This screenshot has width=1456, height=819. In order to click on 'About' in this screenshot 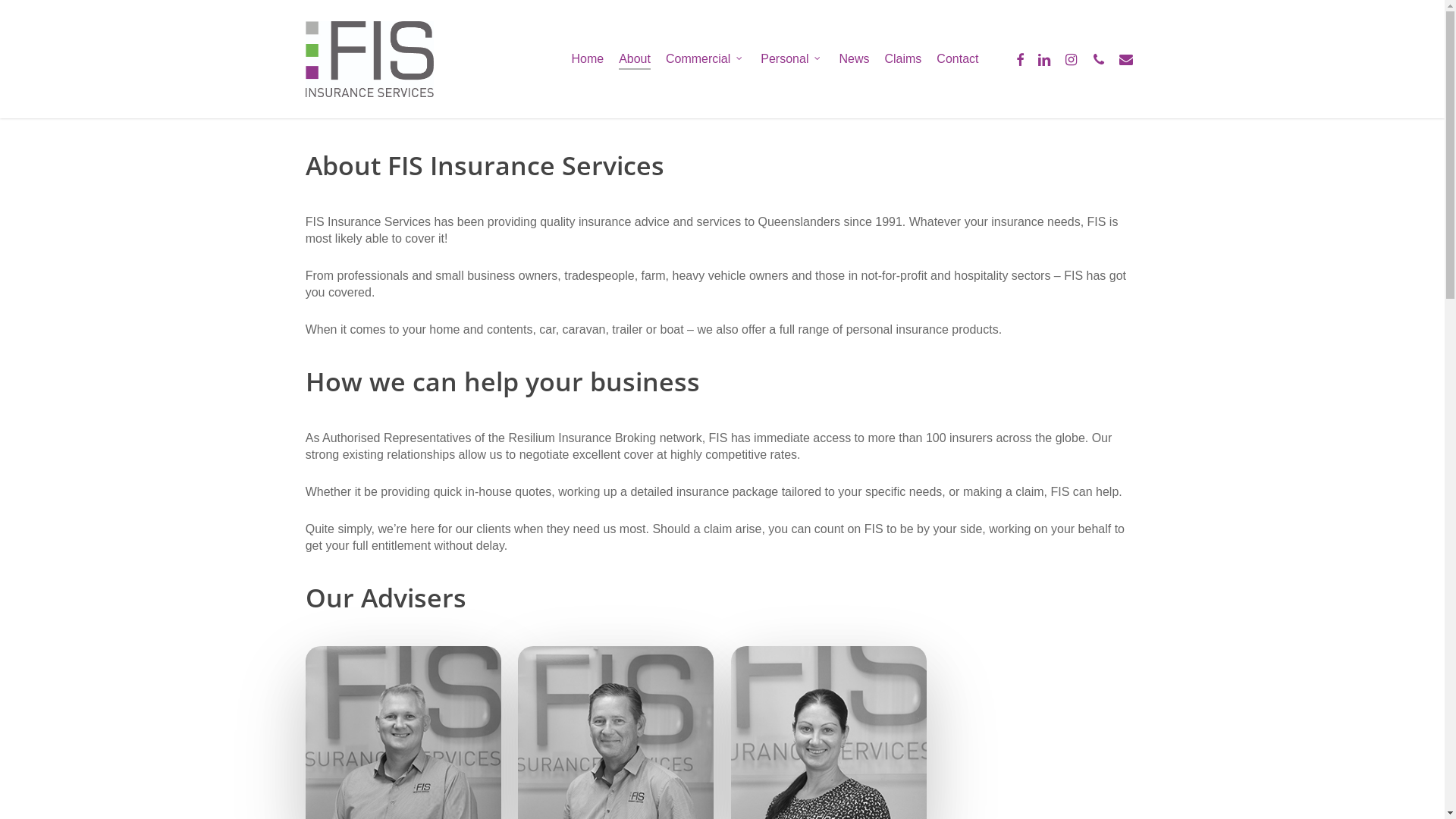, I will do `click(634, 58)`.